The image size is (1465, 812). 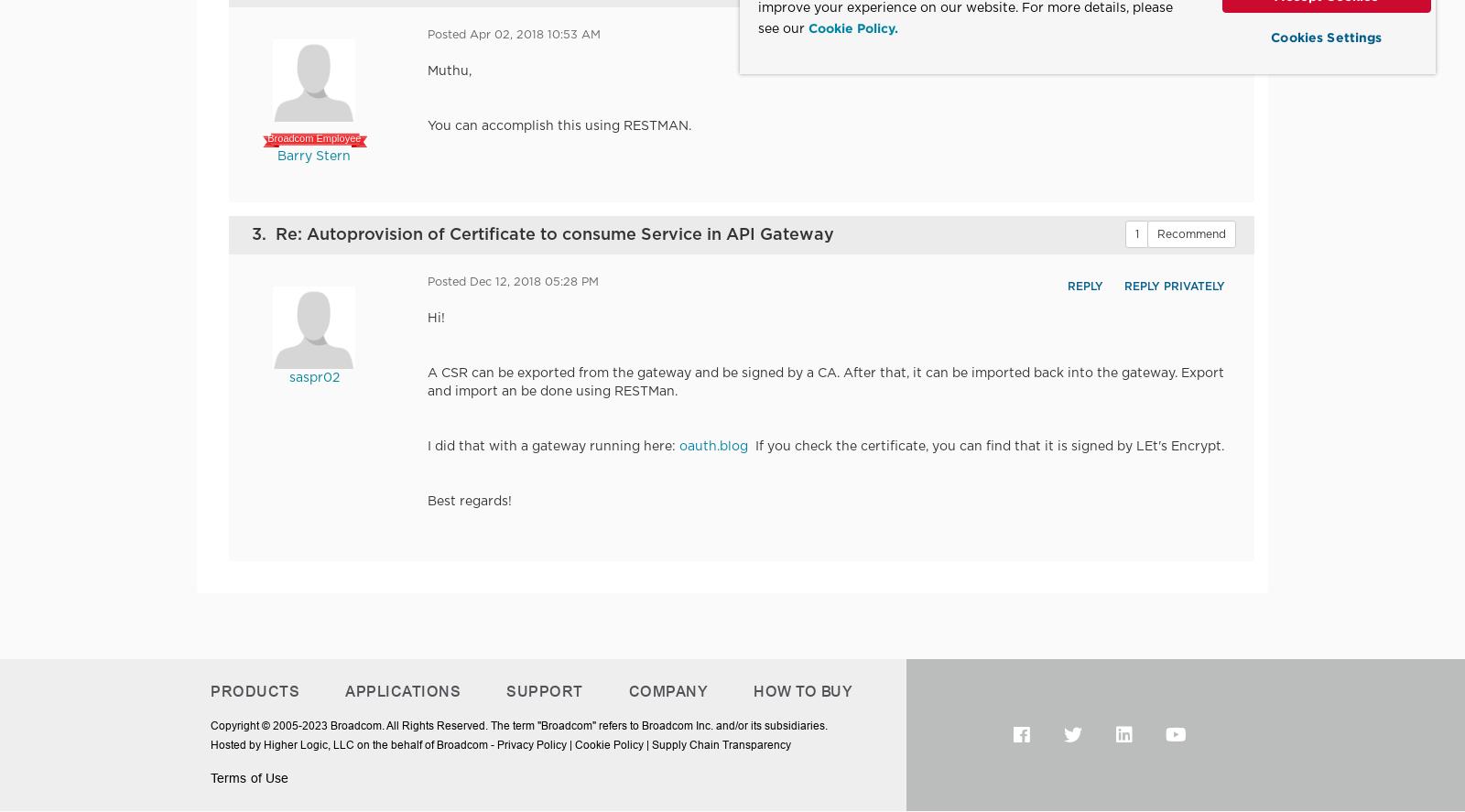 What do you see at coordinates (1135, 233) in the screenshot?
I see `'1'` at bounding box center [1135, 233].